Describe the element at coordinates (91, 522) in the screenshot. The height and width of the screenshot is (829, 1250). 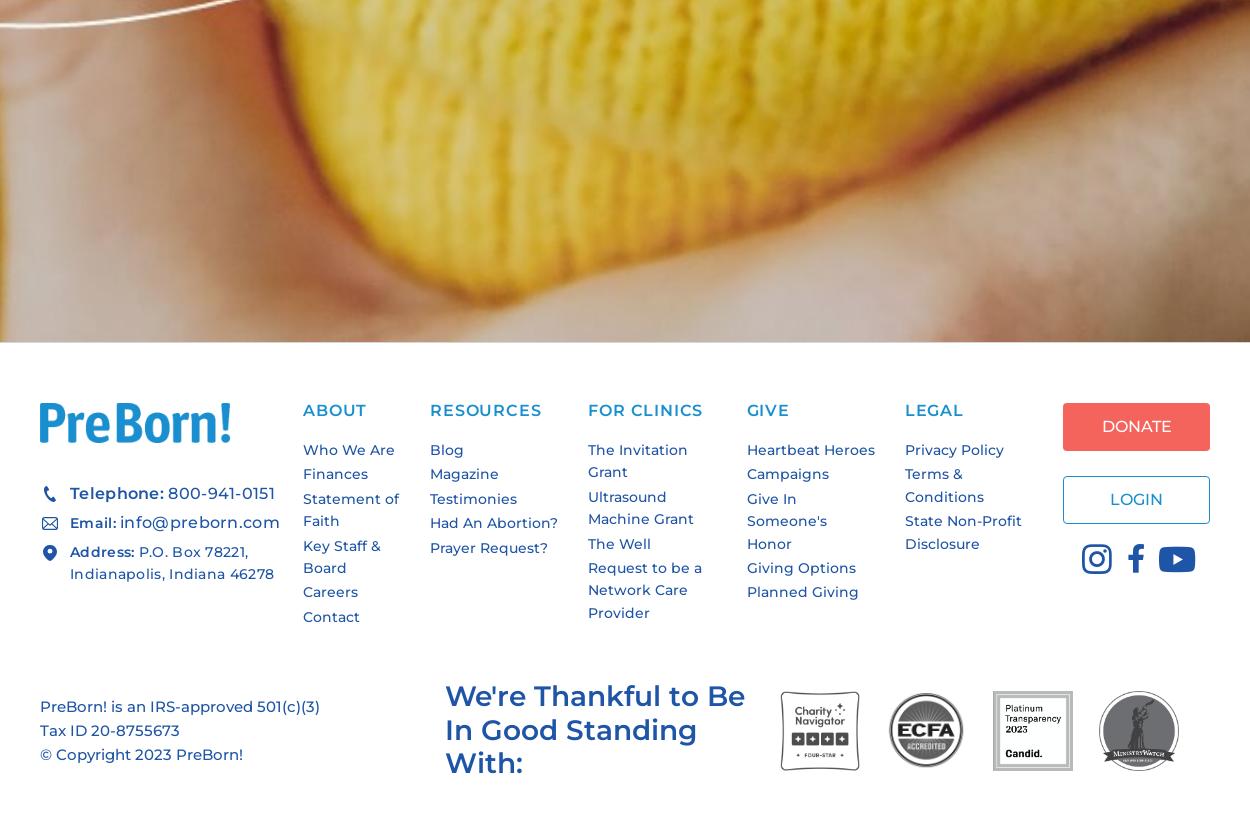
I see `'Email:'` at that location.